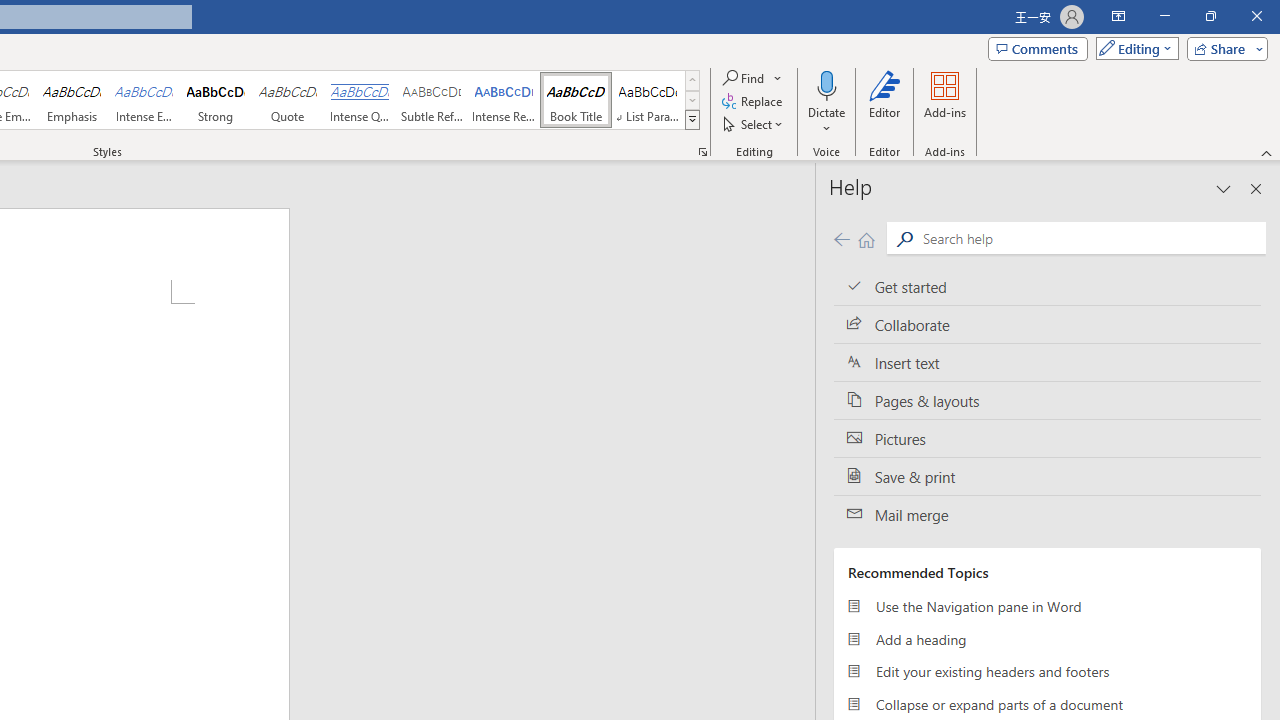 Image resolution: width=1280 pixels, height=720 pixels. I want to click on 'Task Pane Options', so click(1223, 189).